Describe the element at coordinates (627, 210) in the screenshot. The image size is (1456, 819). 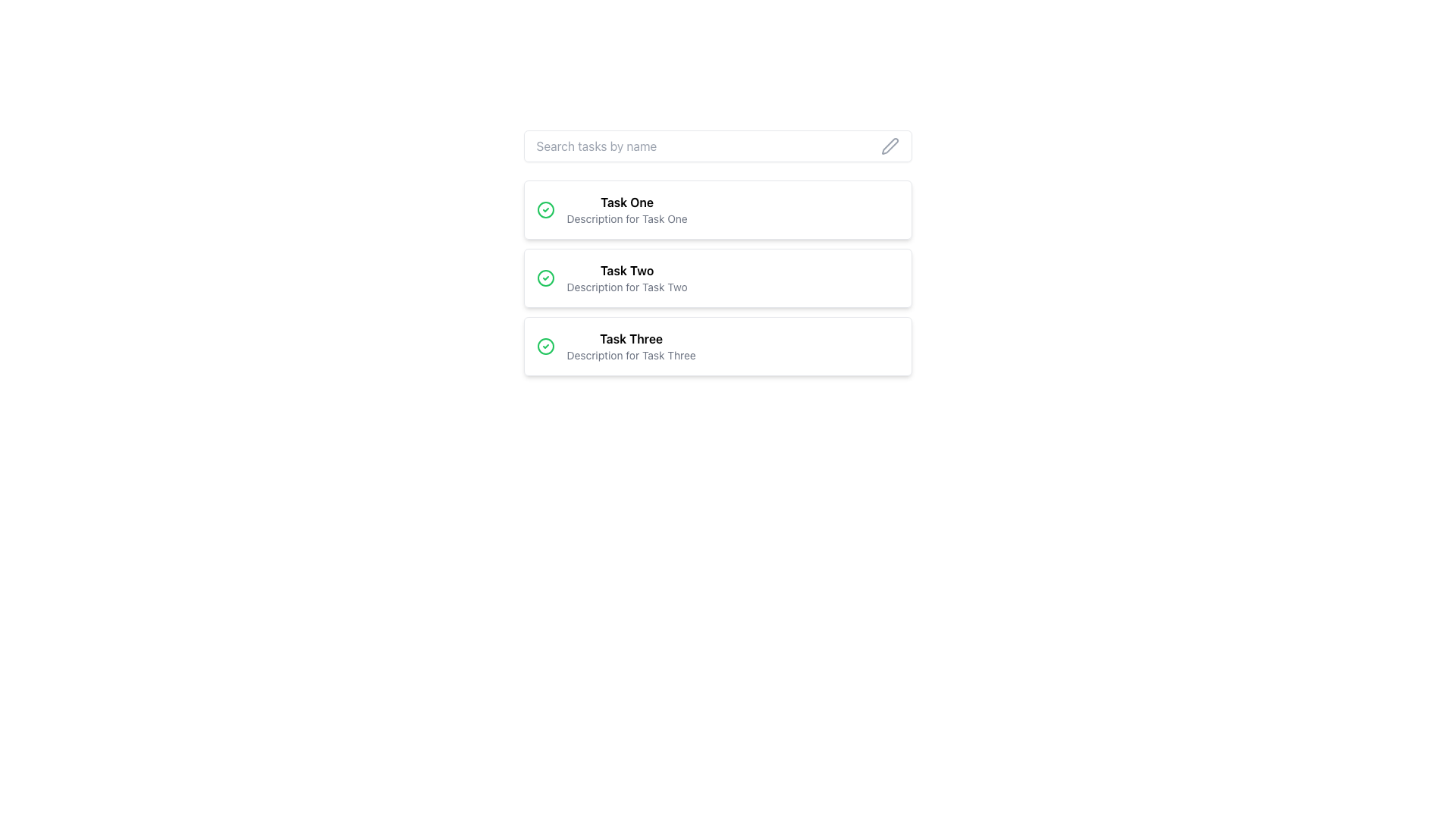
I see `text content of the Text Block element titled 'Task One', which includes the description 'Description for Task One'` at that location.